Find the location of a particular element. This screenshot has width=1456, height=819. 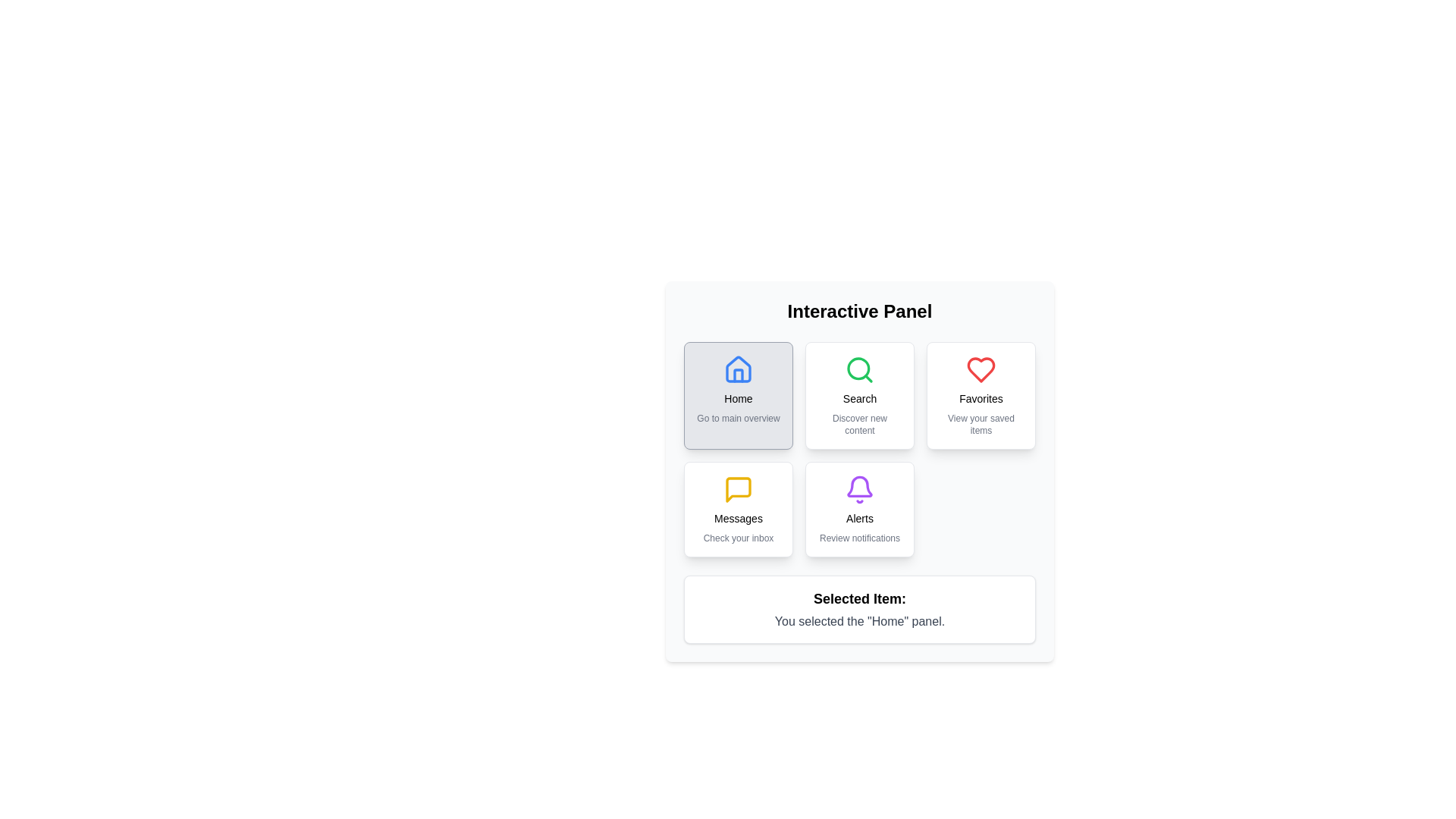

the text label that describes the card labeled 'Discover new content', located at the middle-right position within the grid of interactive items is located at coordinates (859, 397).